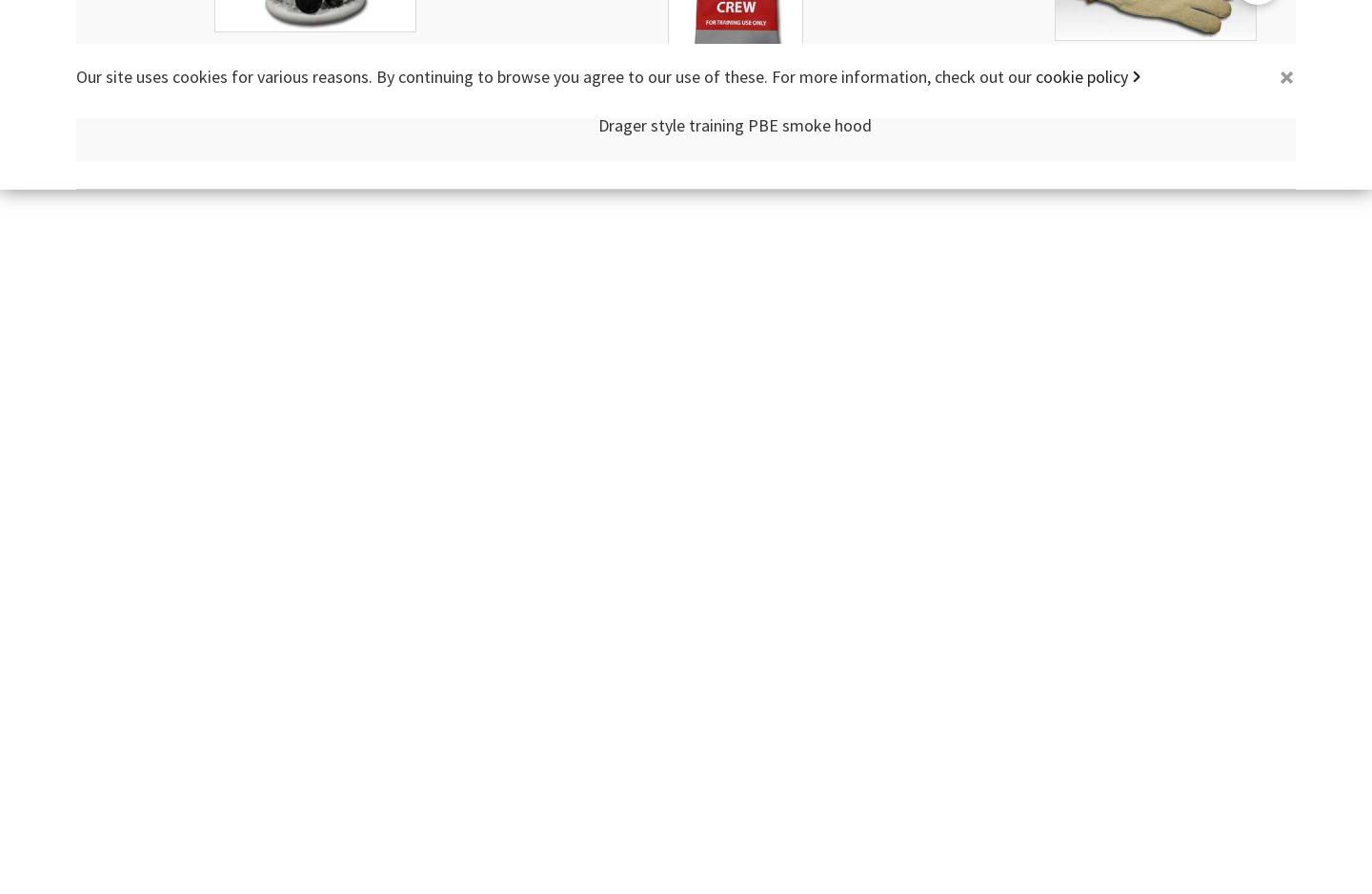 This screenshot has height=894, width=1372. Describe the element at coordinates (577, 77) in the screenshot. I see `'Registered in England. Company number'` at that location.